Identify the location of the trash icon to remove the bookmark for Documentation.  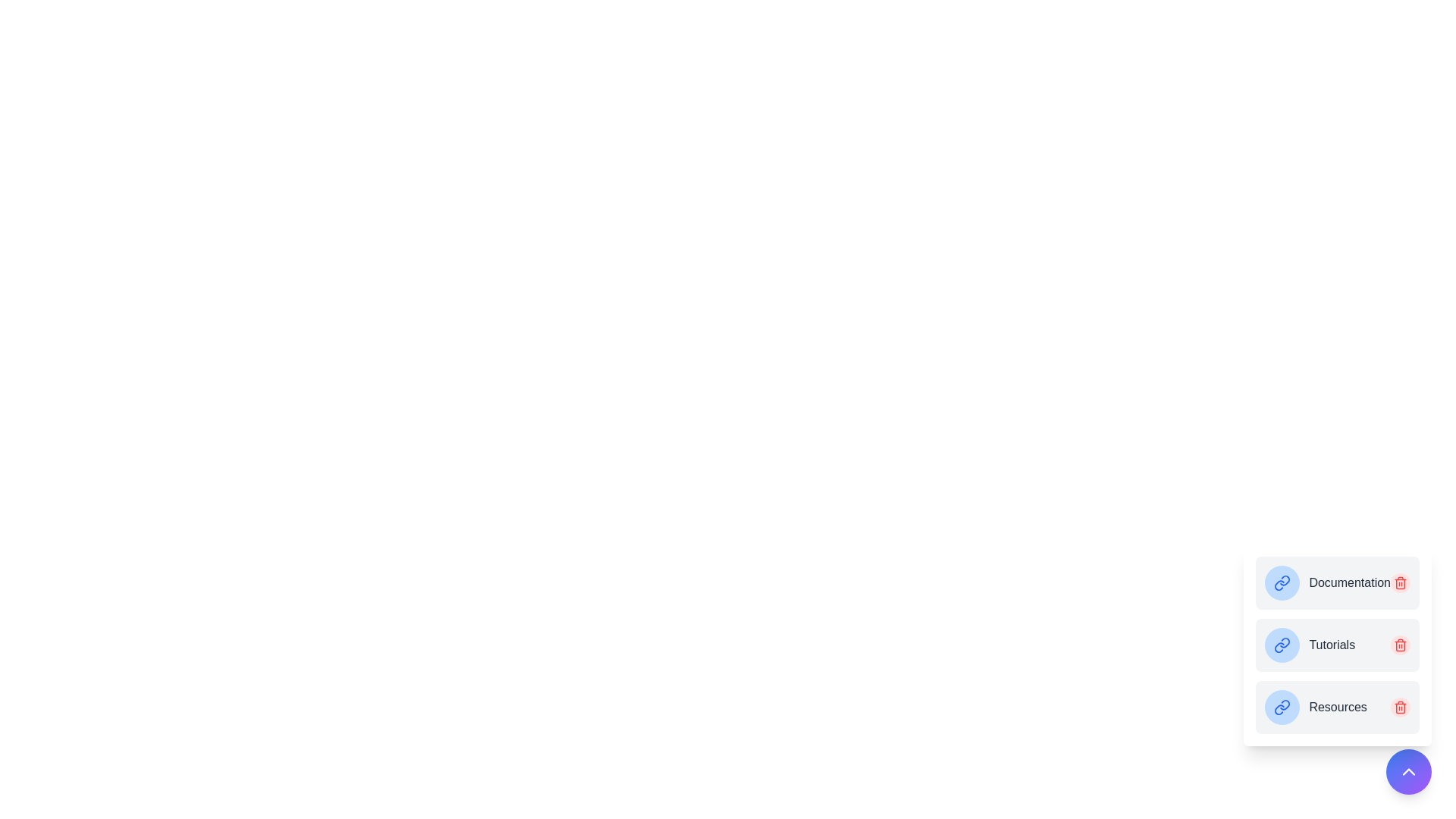
(1400, 582).